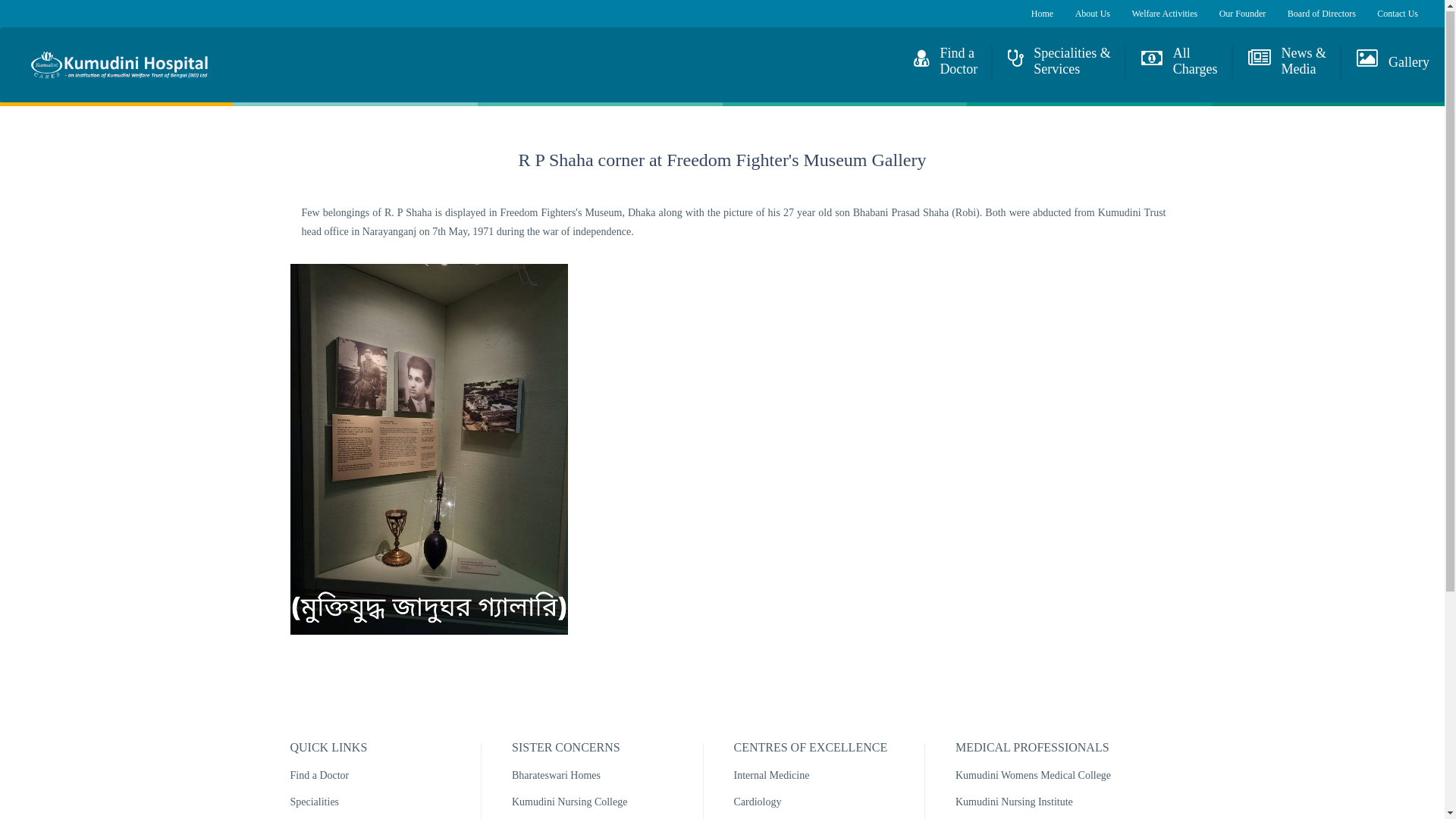  Describe the element at coordinates (43, 0) in the screenshot. I see `'Skip to main content'` at that location.